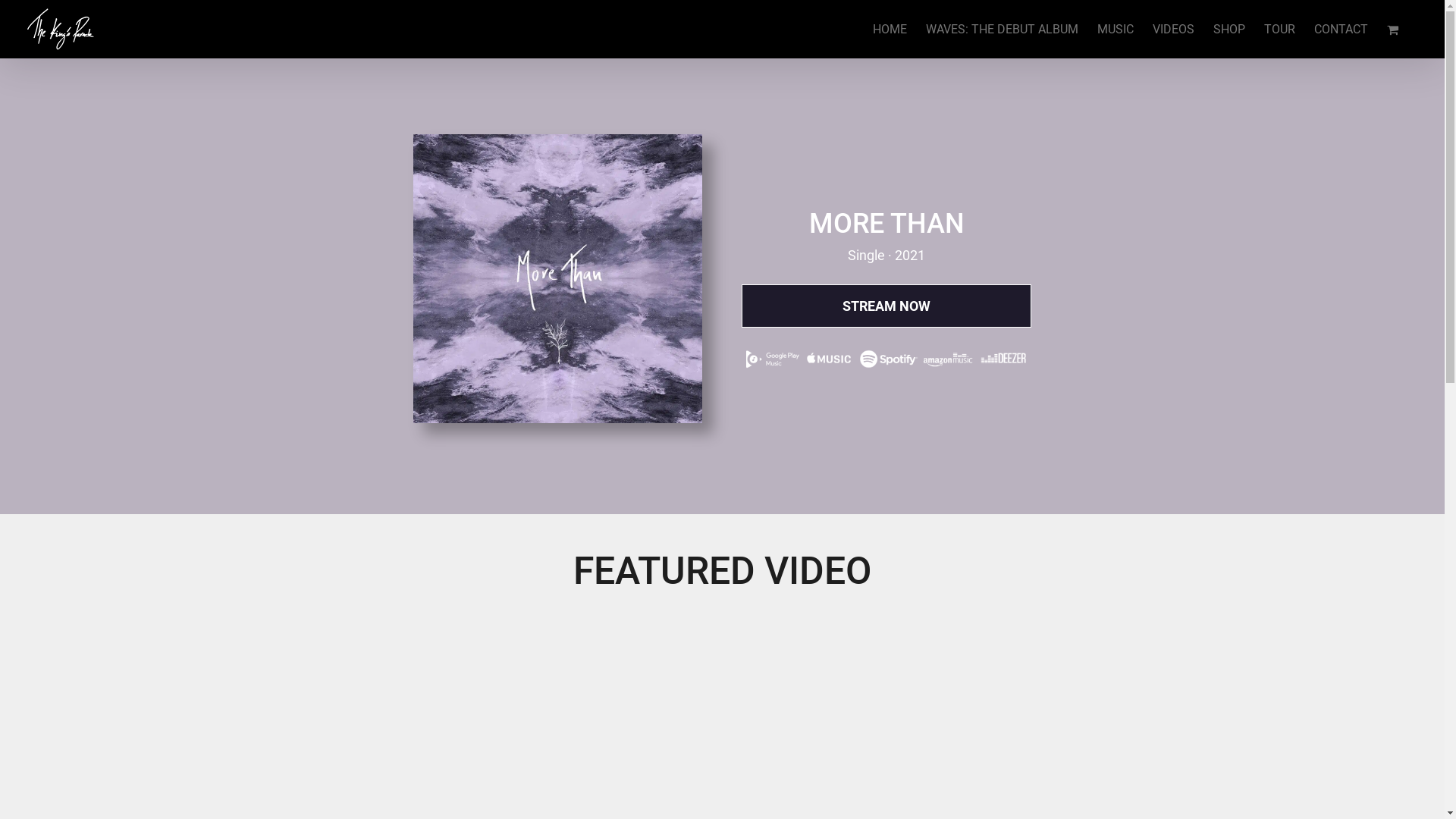 Image resolution: width=1456 pixels, height=819 pixels. What do you see at coordinates (886, 351) in the screenshot?
I see `'TKP DSP Lockup'` at bounding box center [886, 351].